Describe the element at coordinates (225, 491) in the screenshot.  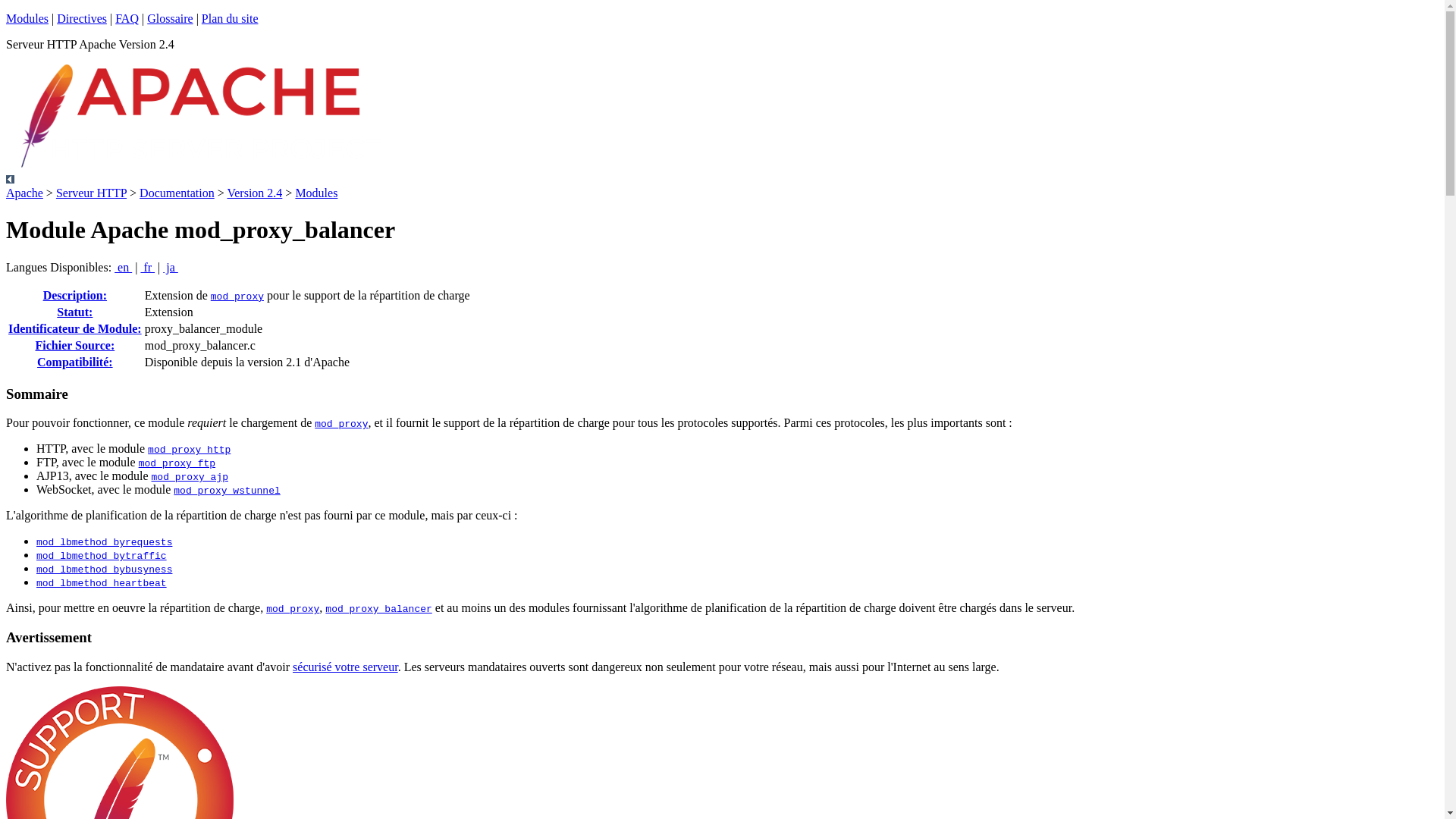
I see `'mod_proxy_wstunnel'` at that location.